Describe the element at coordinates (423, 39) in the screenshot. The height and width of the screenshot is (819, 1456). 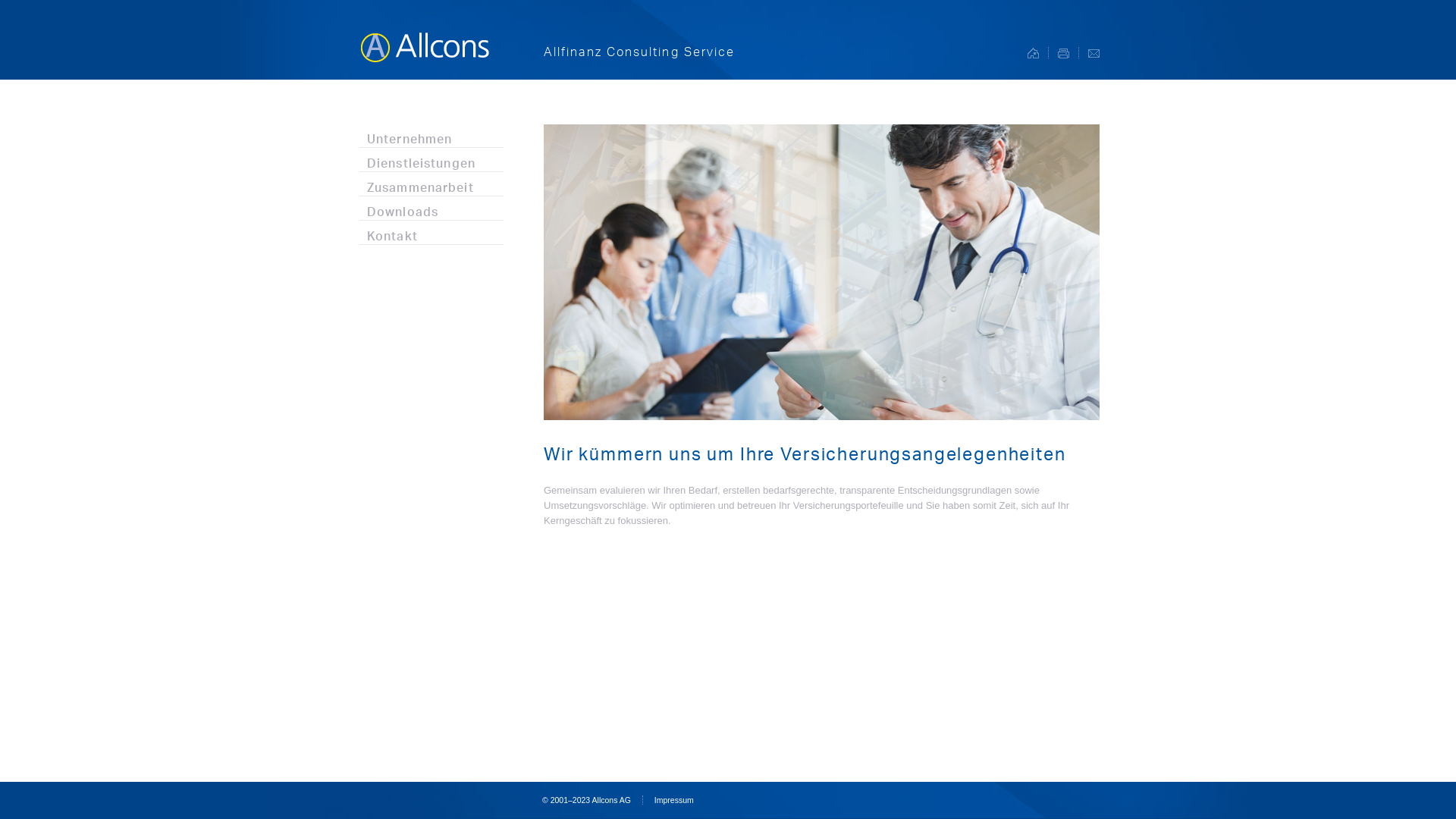
I see `'Allcons AG'` at that location.